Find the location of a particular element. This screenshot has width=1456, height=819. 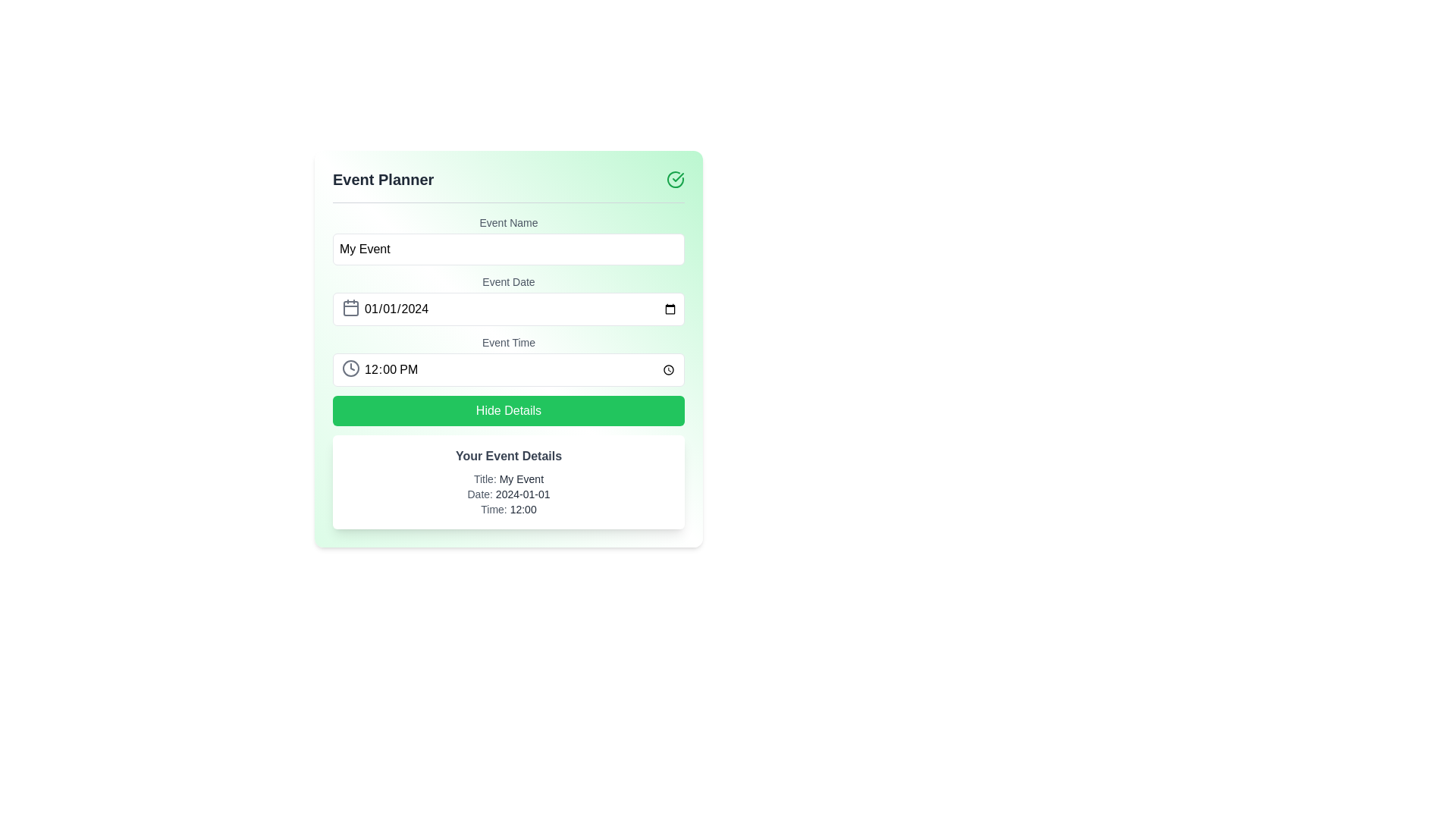

displayed time from the text component showing '12:00', which is styled in dark gray and located below the 'Your Event Details' section after the label 'Time:' is located at coordinates (523, 509).